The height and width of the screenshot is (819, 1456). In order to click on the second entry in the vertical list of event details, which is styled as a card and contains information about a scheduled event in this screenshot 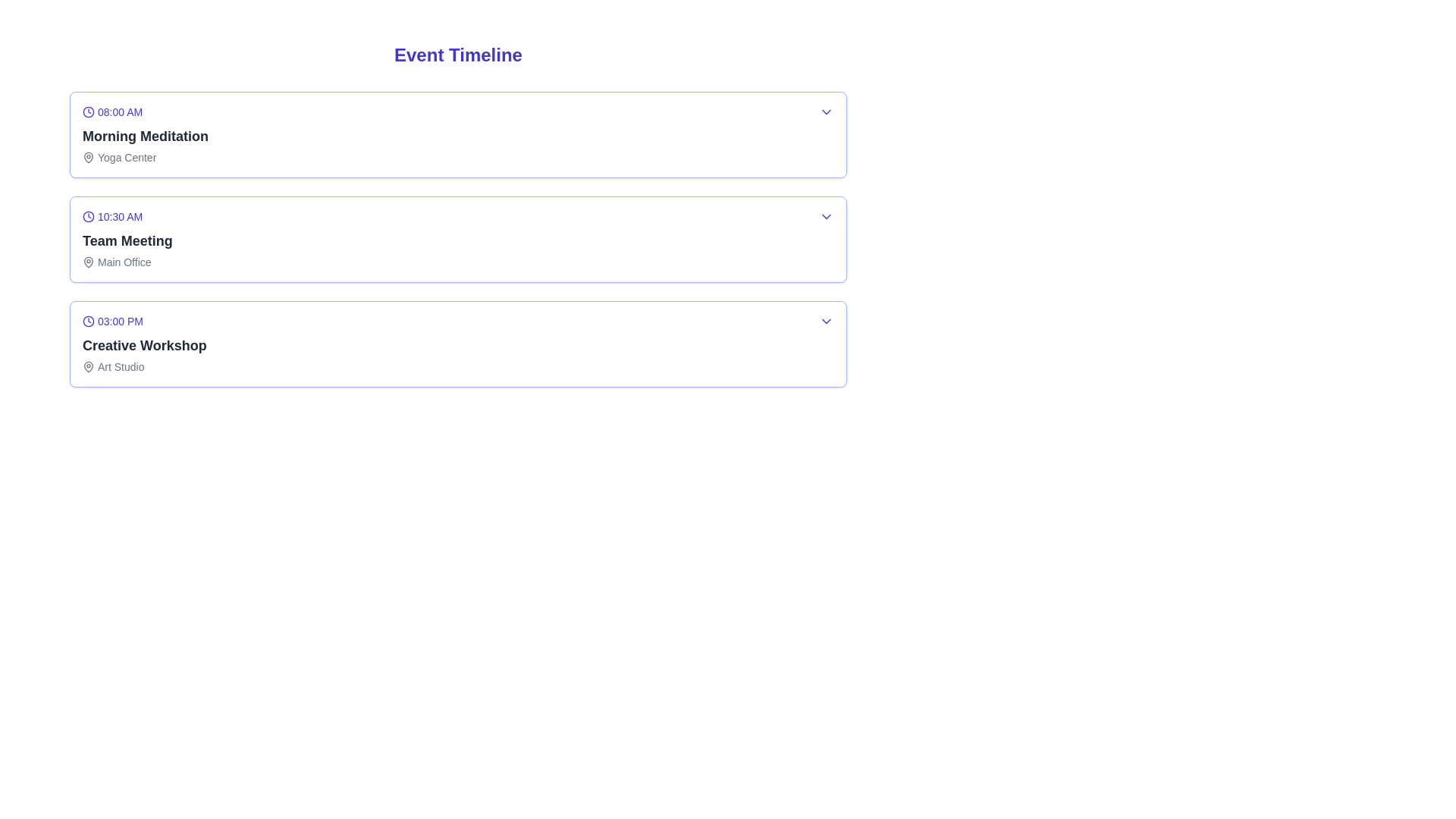, I will do `click(457, 239)`.